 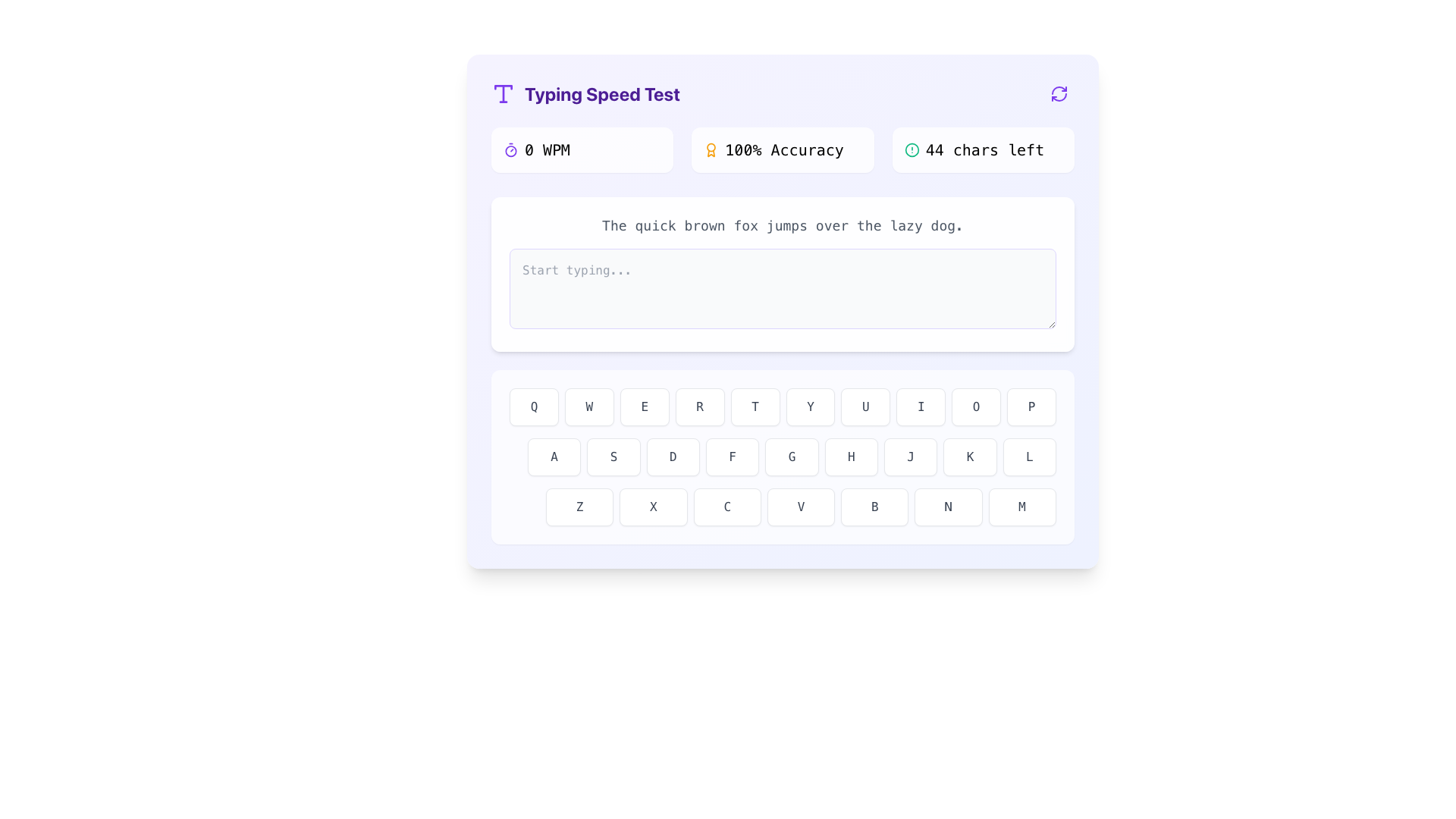 What do you see at coordinates (910, 456) in the screenshot?
I see `the button representing the letter 'J', which is the seventh button in a grid layout of letter buttons, located on the third row between 'H' and 'K'` at bounding box center [910, 456].